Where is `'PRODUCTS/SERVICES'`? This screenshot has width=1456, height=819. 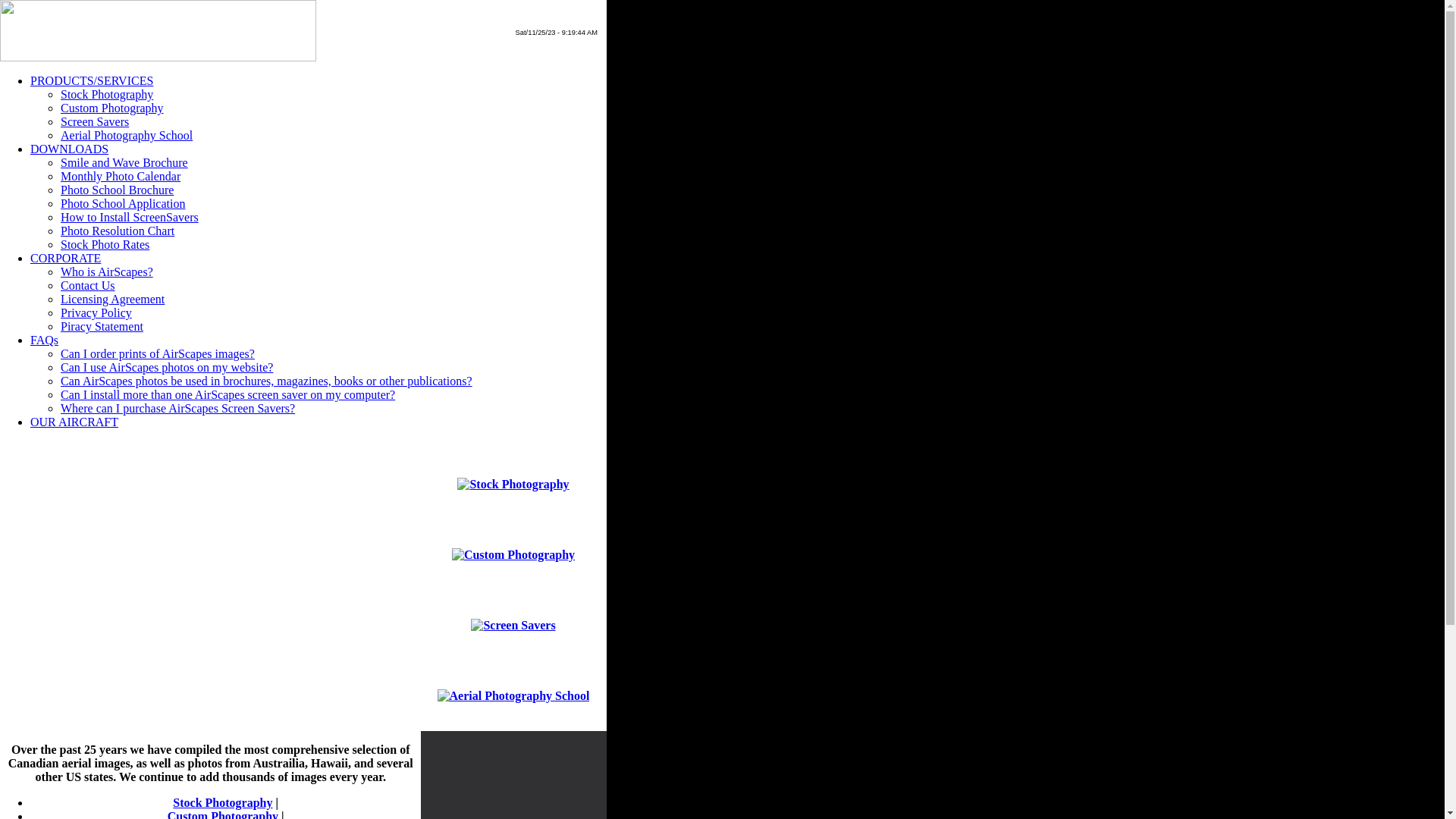 'PRODUCTS/SERVICES' is located at coordinates (90, 80).